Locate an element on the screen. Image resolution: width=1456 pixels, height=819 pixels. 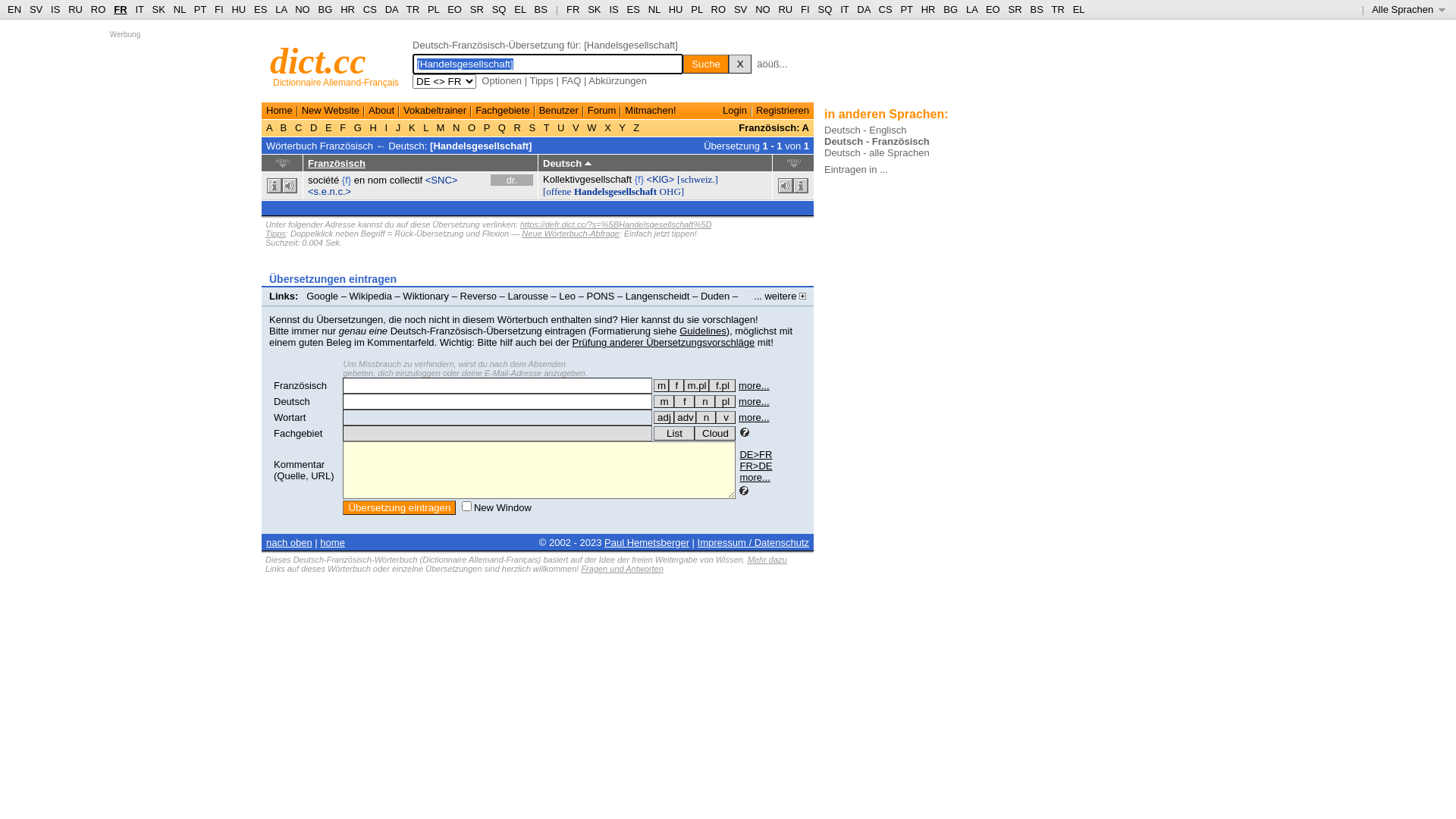
'P' is located at coordinates (487, 127).